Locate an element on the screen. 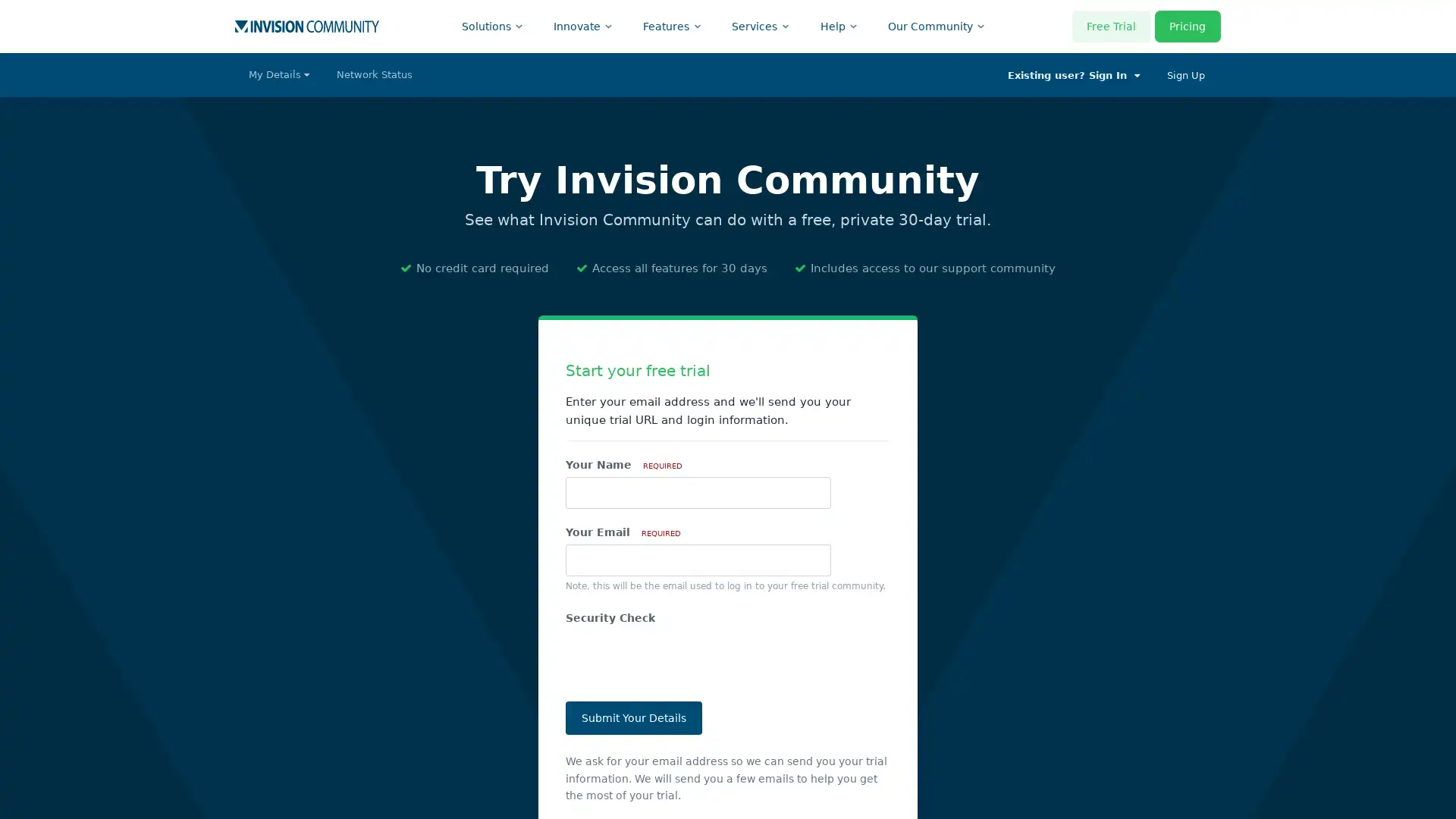  Help is located at coordinates (838, 26).